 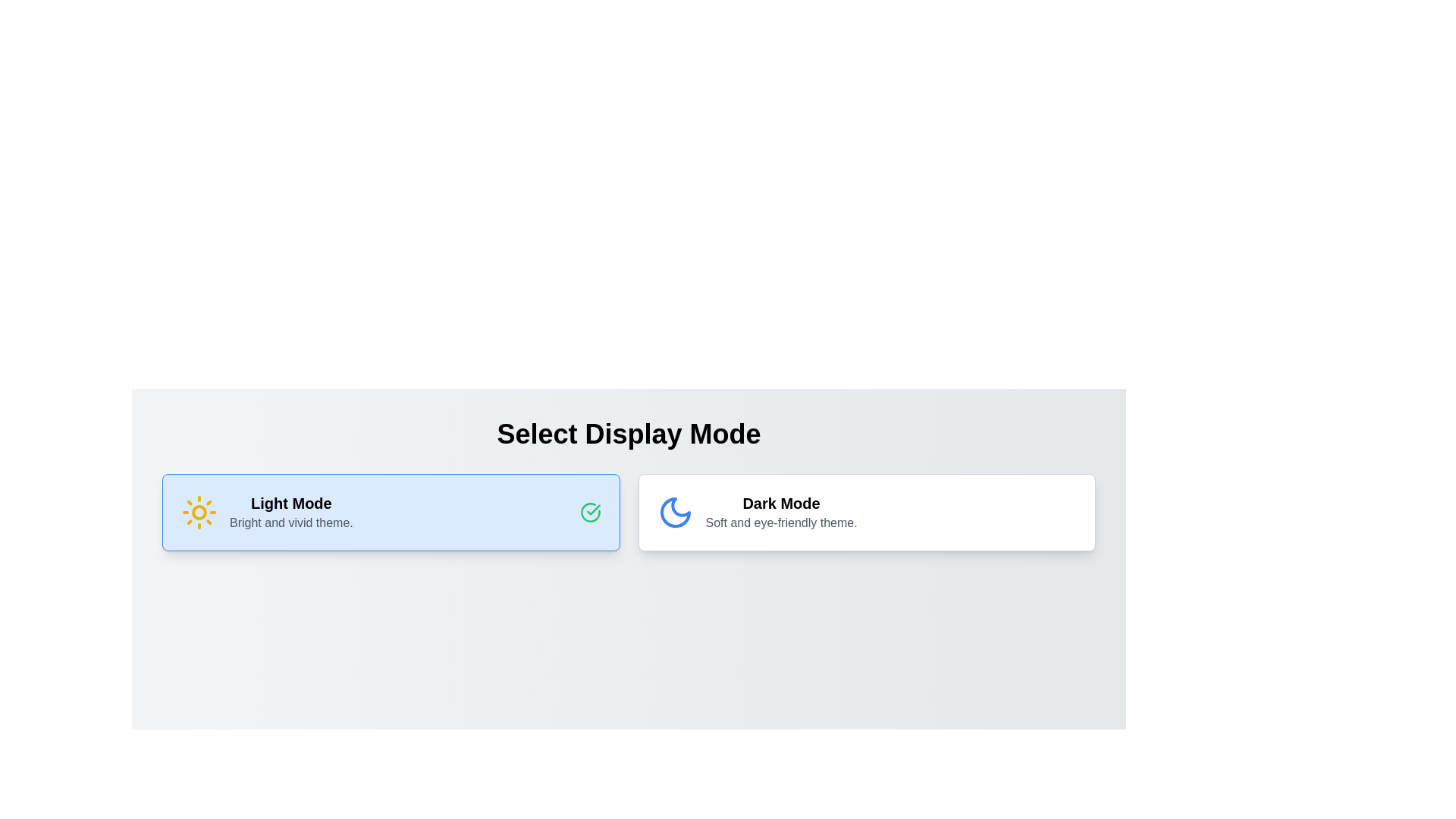 What do you see at coordinates (781, 522) in the screenshot?
I see `the text label that provides a description for the 'Dark Mode' option, positioned directly below the 'Dark Mode' label in the card layout` at bounding box center [781, 522].